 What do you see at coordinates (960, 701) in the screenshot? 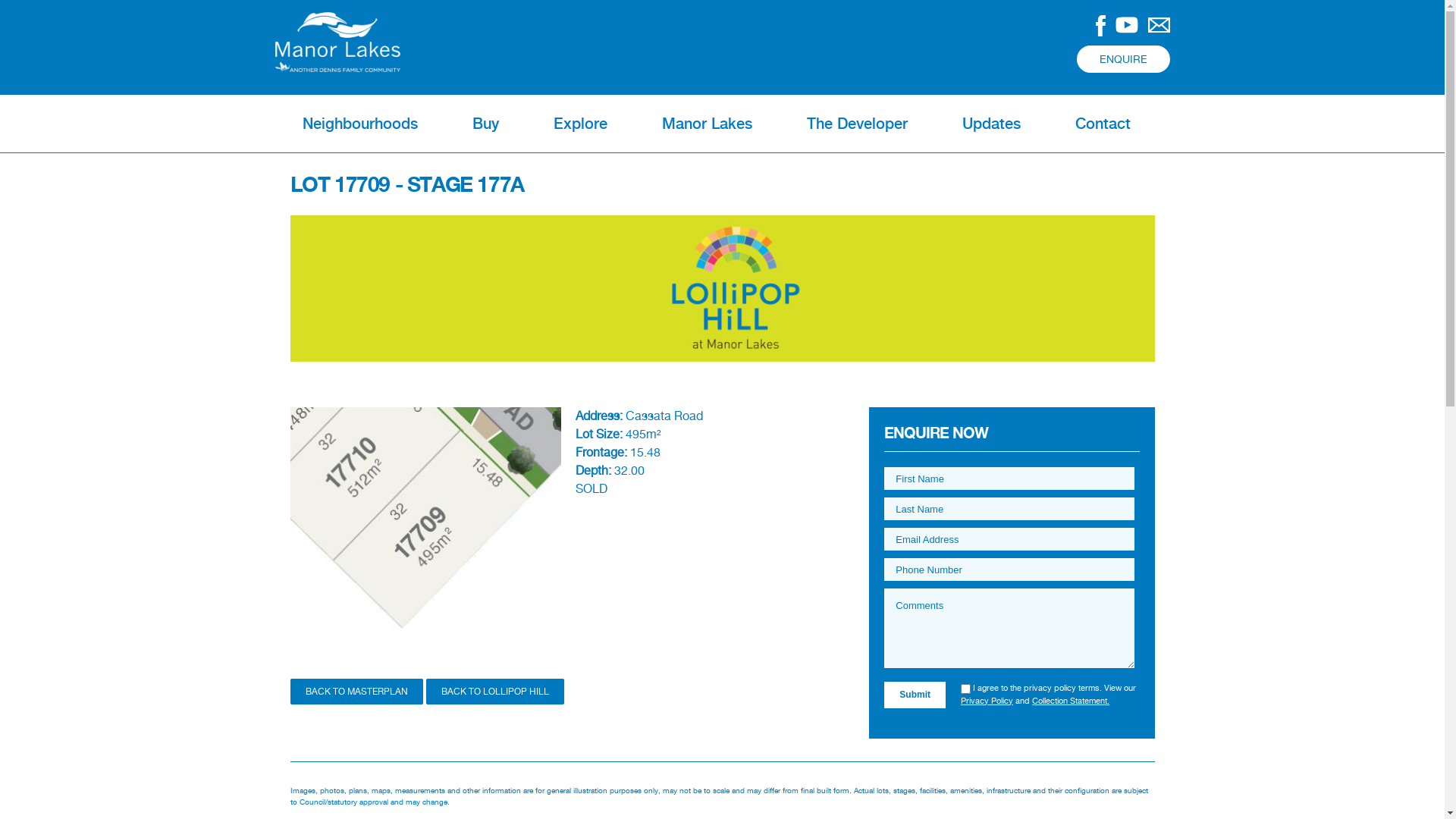
I see `'Privacy Policy'` at bounding box center [960, 701].